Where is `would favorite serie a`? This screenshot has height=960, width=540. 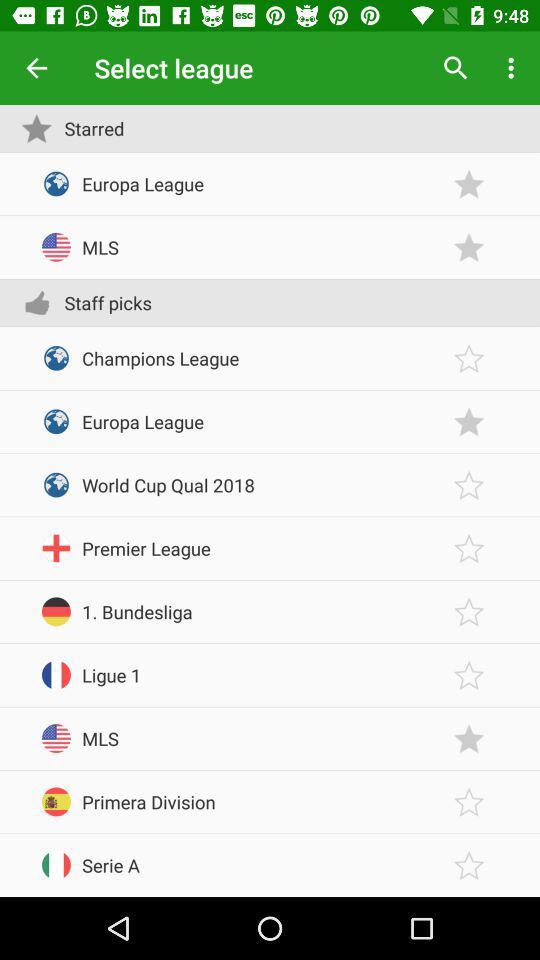 would favorite serie a is located at coordinates (469, 864).